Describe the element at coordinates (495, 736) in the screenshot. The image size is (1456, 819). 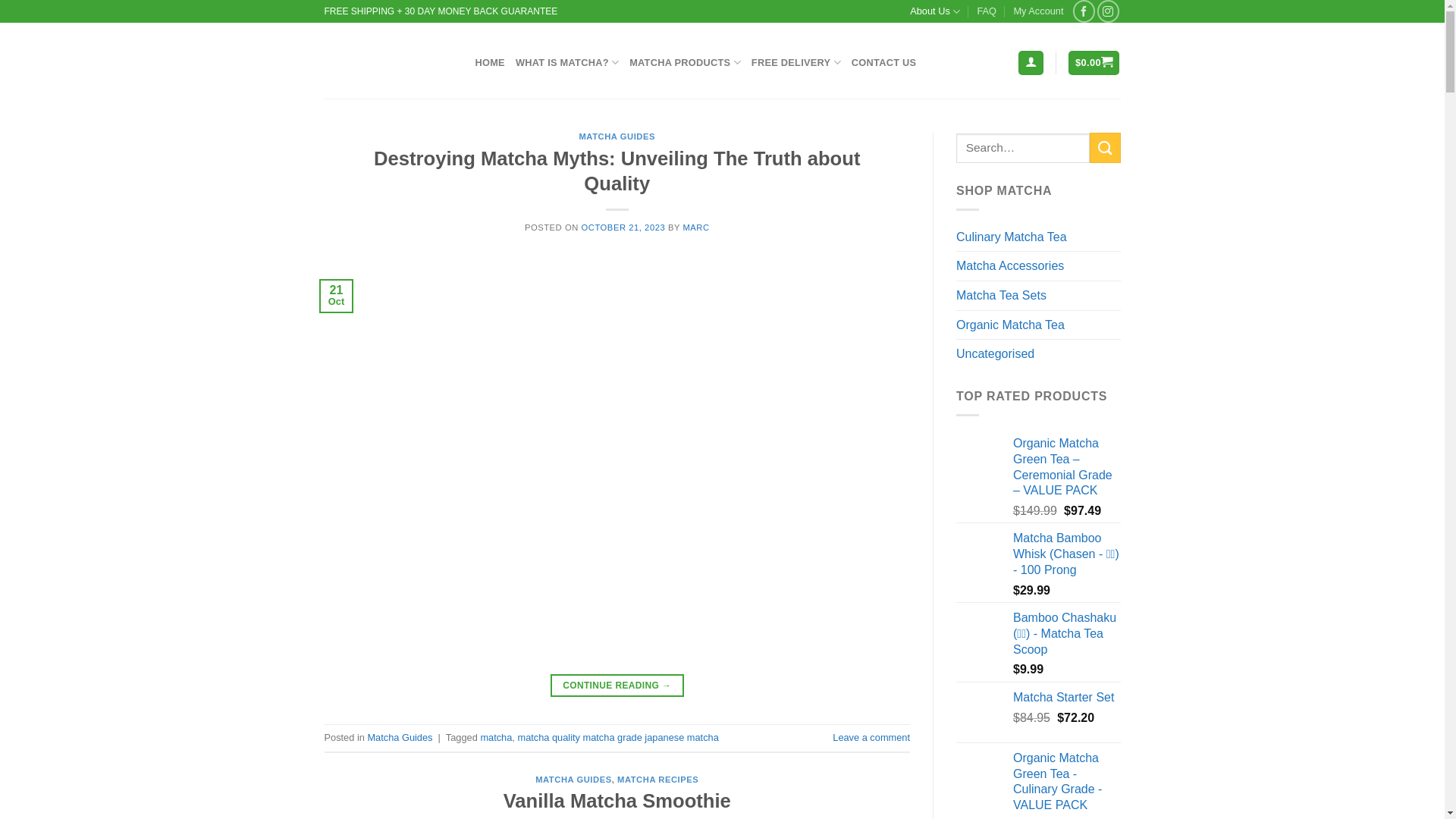
I see `'matcha'` at that location.